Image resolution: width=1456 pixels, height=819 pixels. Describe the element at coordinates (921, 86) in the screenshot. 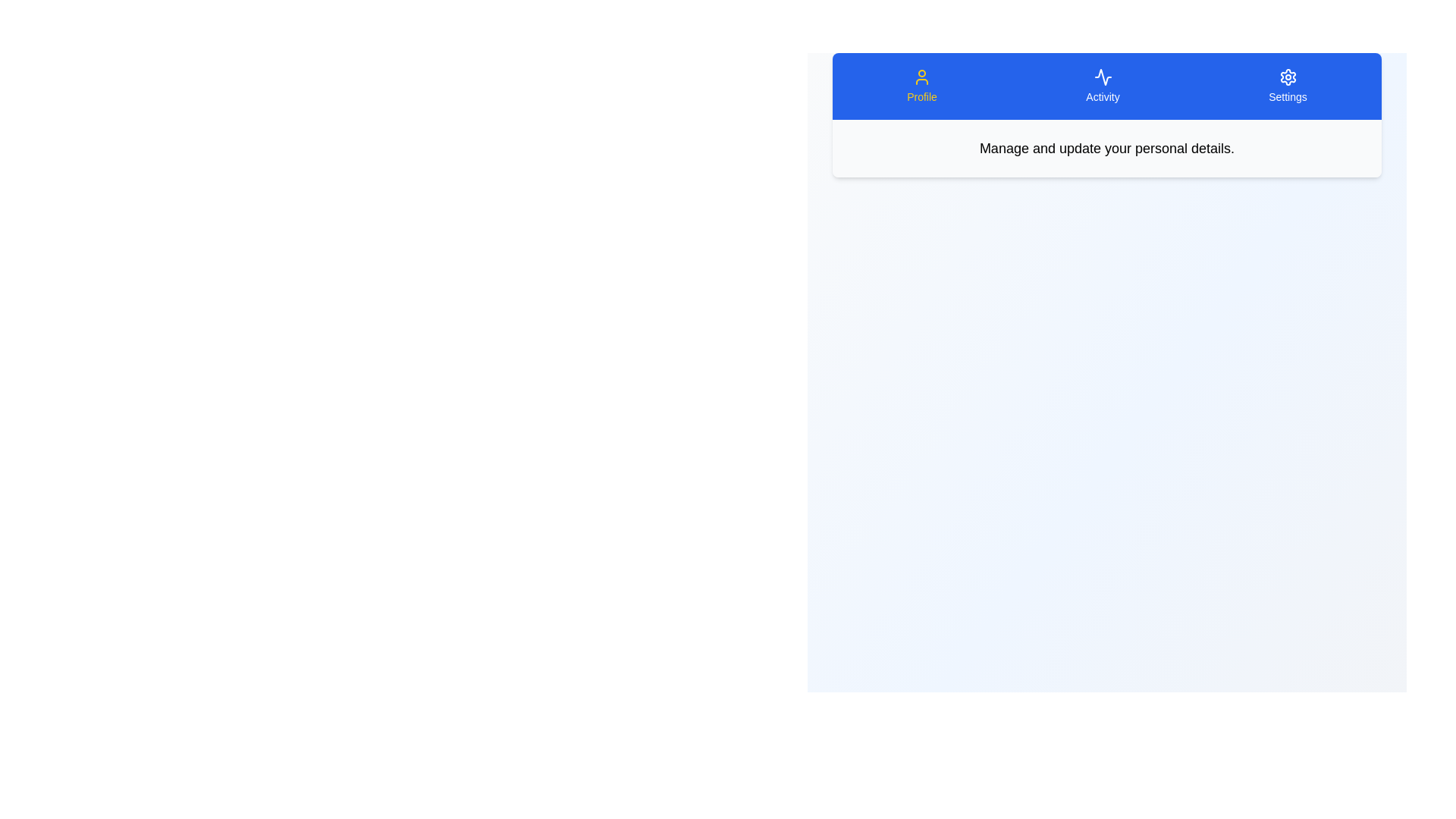

I see `the Profile icon to activate the corresponding tab` at that location.